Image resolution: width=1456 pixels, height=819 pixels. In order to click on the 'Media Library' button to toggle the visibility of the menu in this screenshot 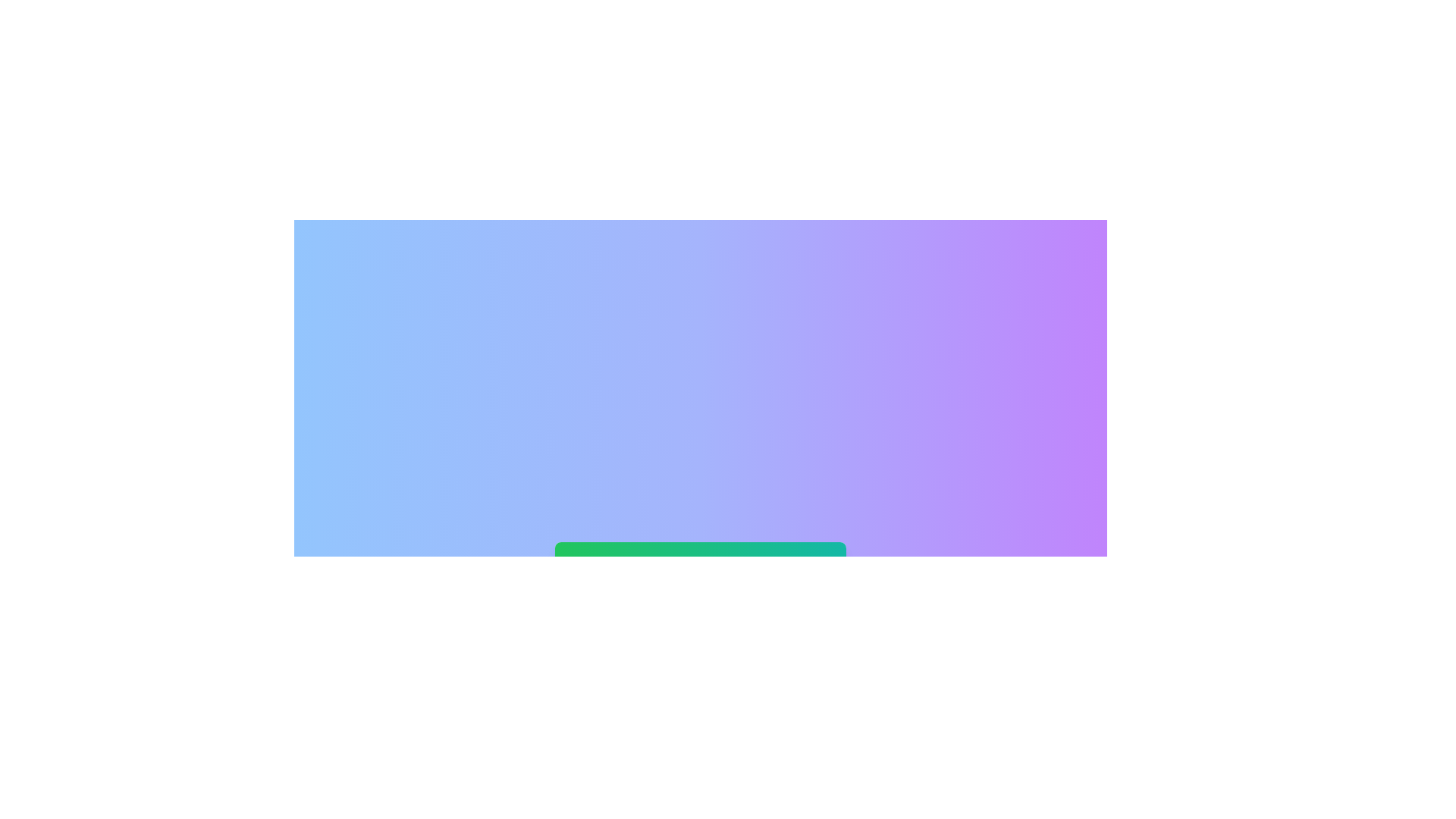, I will do `click(700, 561)`.